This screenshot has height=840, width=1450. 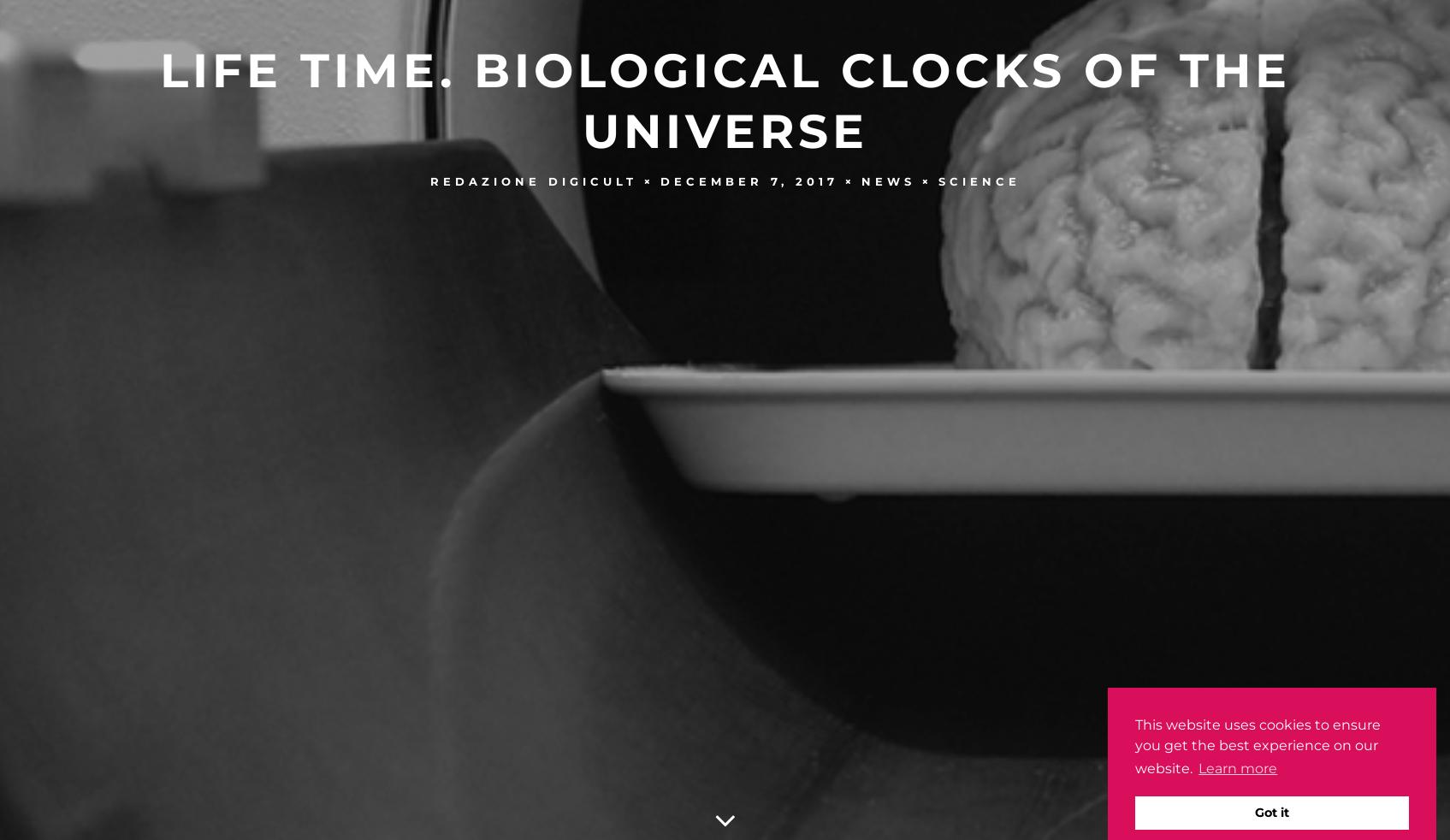 What do you see at coordinates (1197, 768) in the screenshot?
I see `'Learn more'` at bounding box center [1197, 768].